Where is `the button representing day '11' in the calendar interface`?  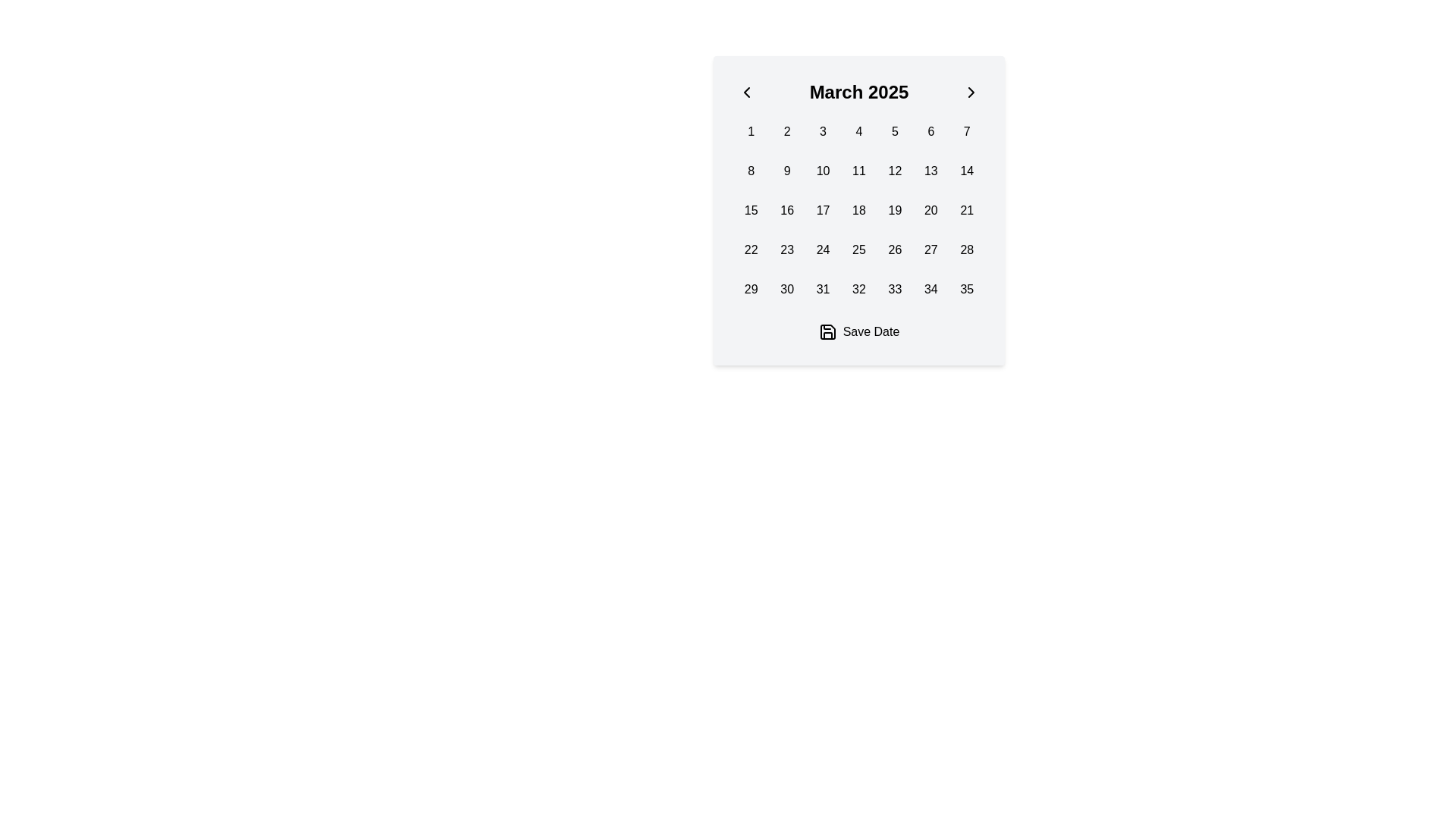 the button representing day '11' in the calendar interface is located at coordinates (858, 171).